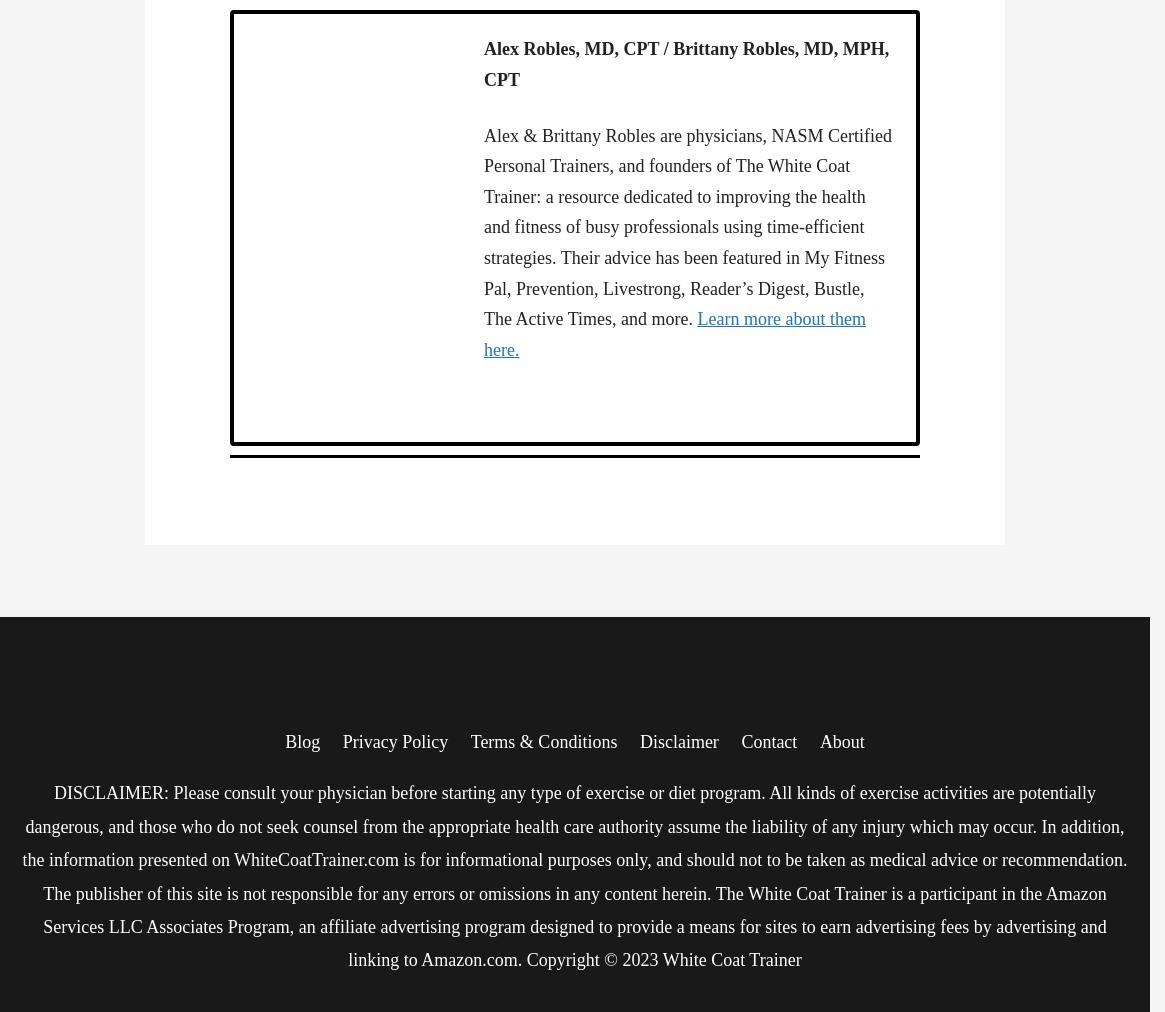  Describe the element at coordinates (678, 740) in the screenshot. I see `'Disclaimer'` at that location.